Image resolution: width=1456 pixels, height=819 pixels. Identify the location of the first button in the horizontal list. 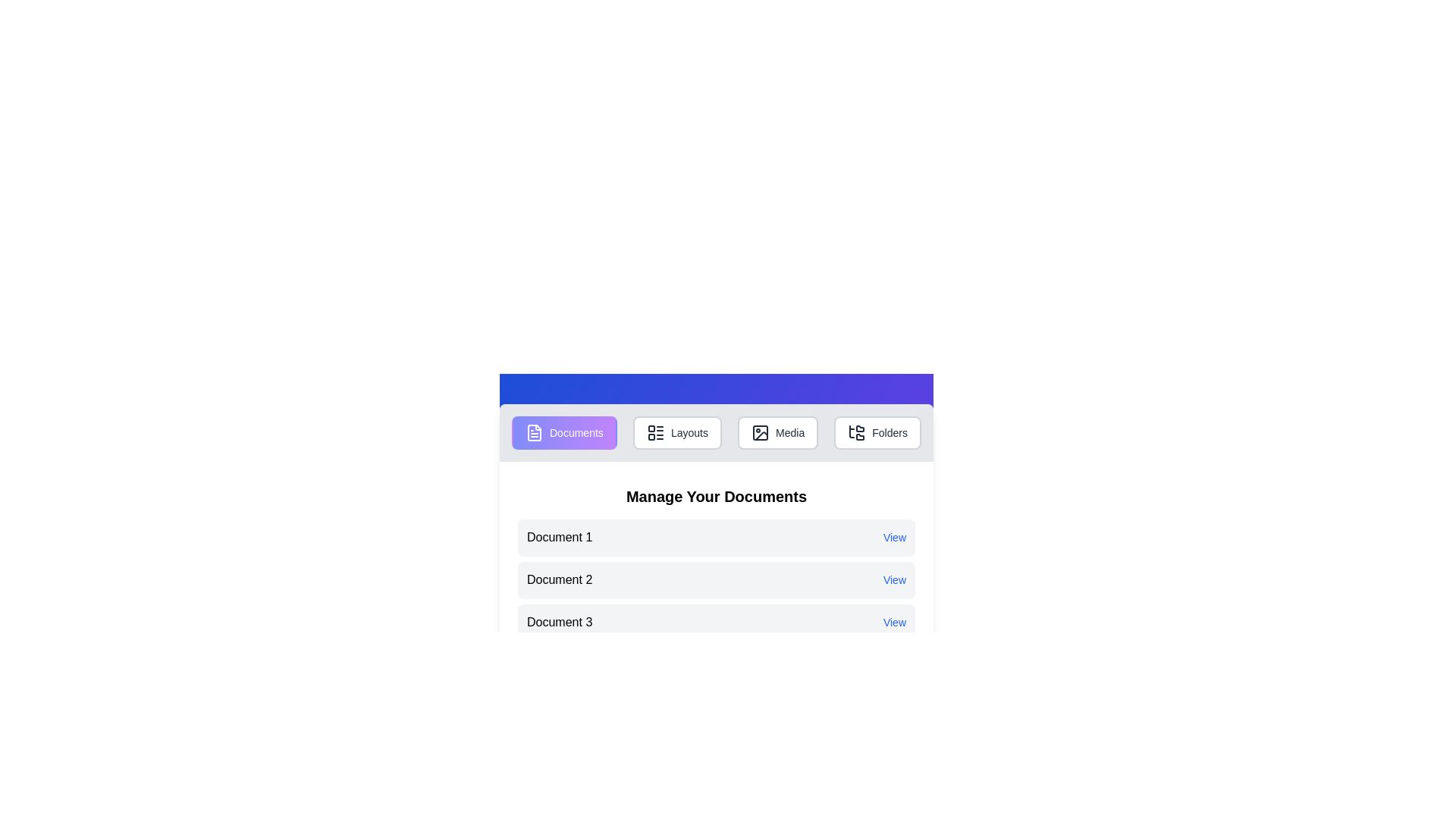
(563, 432).